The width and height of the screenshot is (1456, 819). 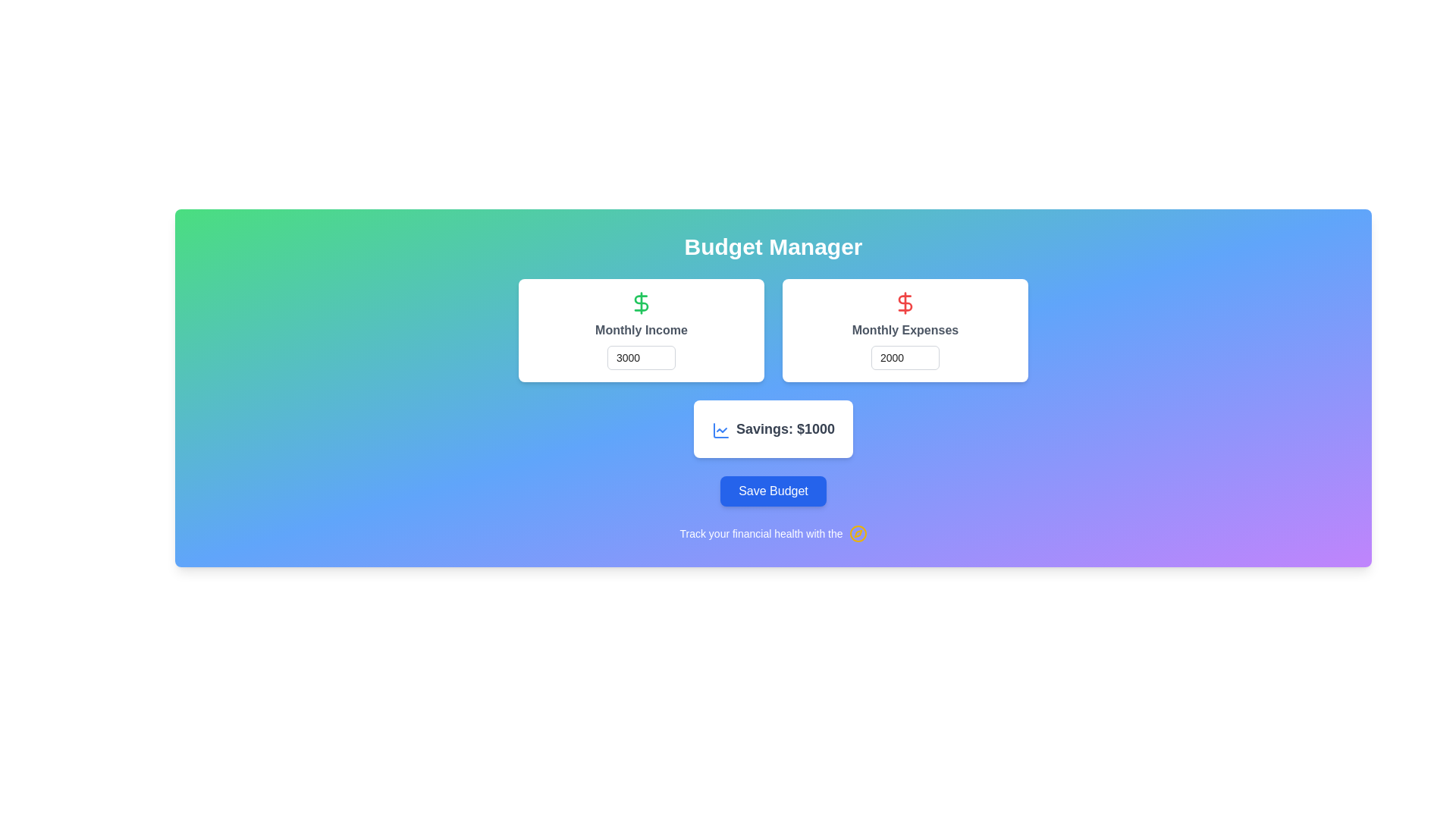 What do you see at coordinates (938, 352) in the screenshot?
I see `the button that increases the value in the associated input field located above the decrement button in the 'Monthly Expenses' input box's number adjustment section` at bounding box center [938, 352].